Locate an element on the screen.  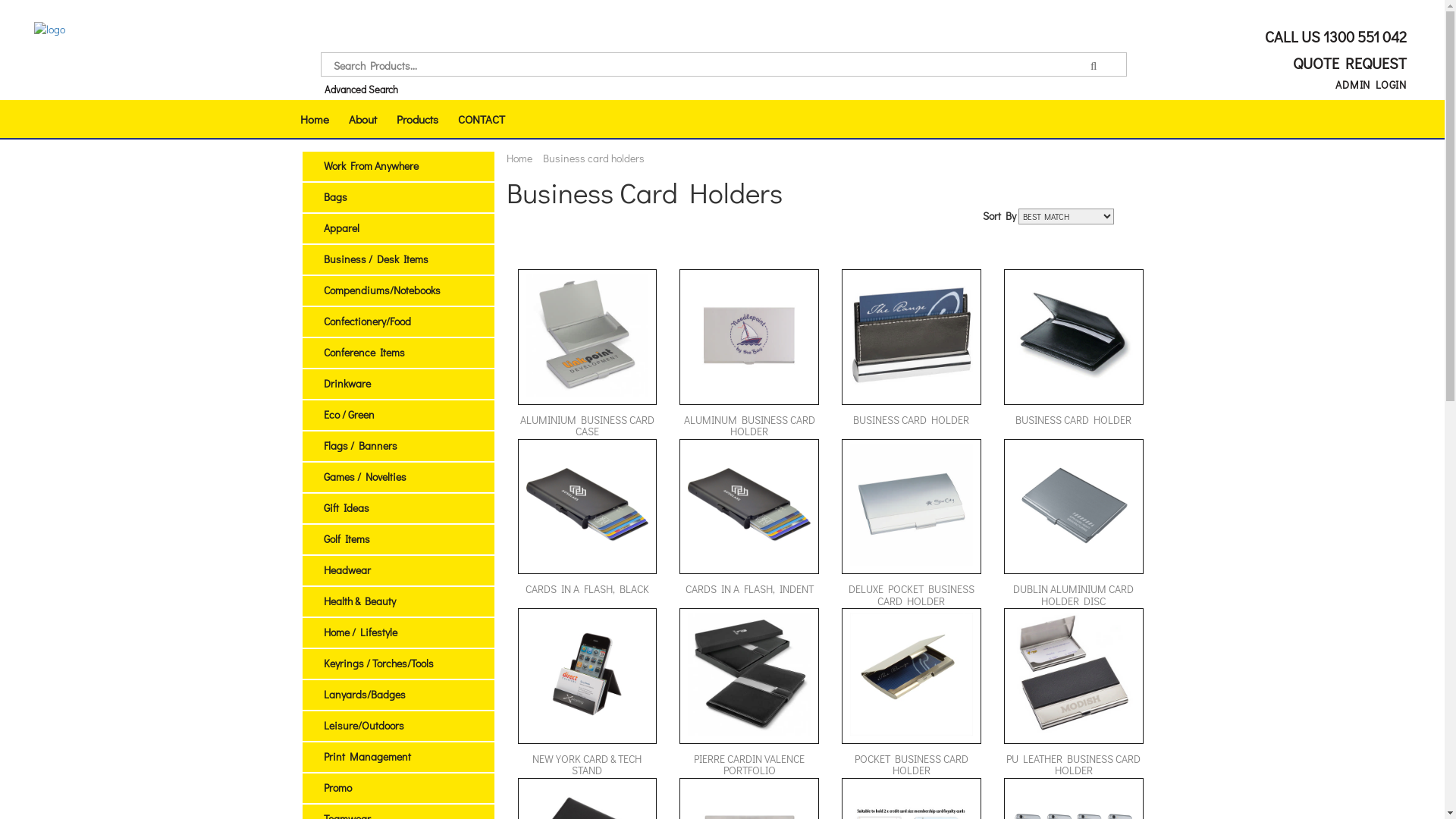
'Health & Beauty' is located at coordinates (358, 600).